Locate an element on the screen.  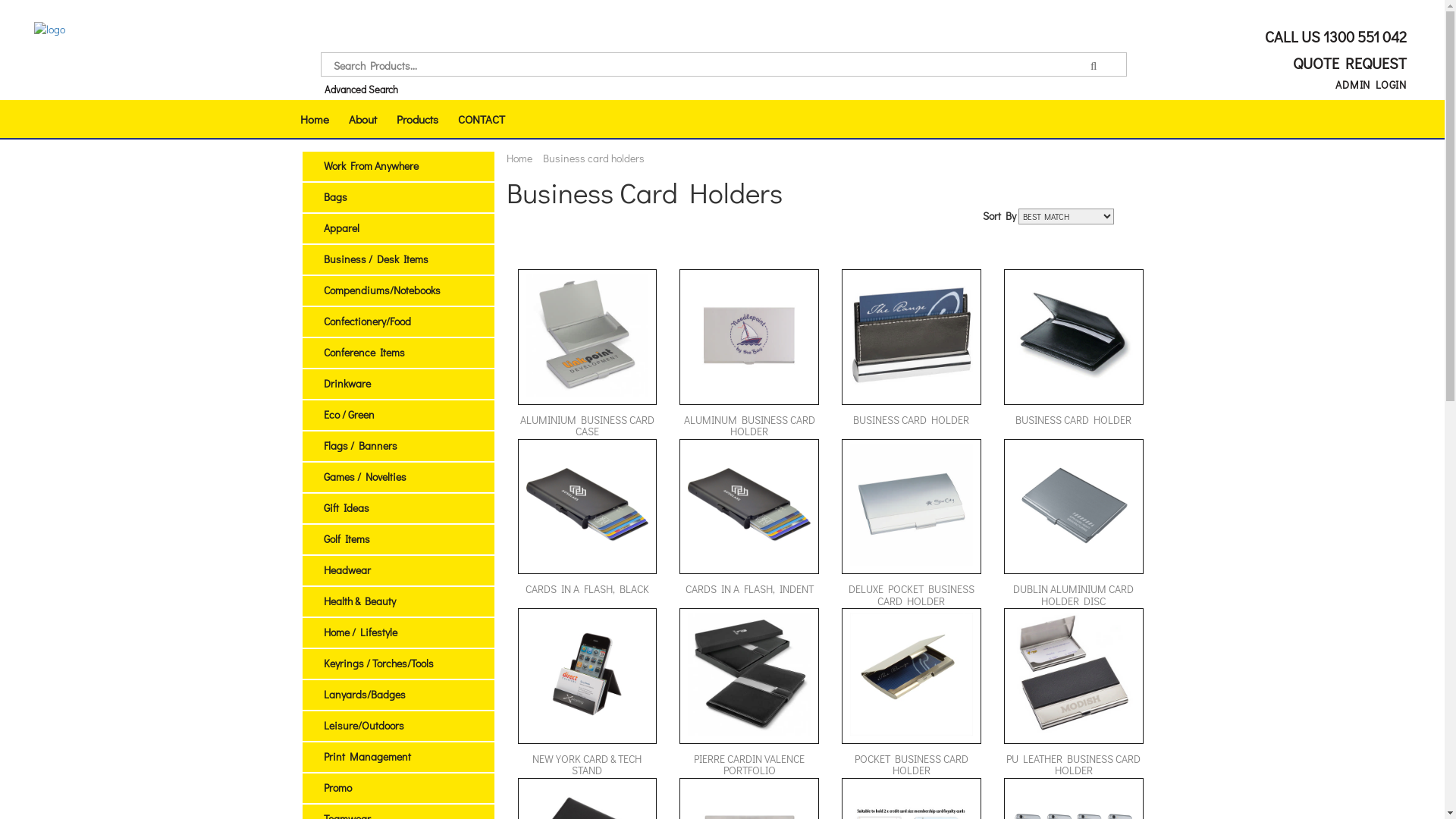
'Health & Beauty' is located at coordinates (358, 600).